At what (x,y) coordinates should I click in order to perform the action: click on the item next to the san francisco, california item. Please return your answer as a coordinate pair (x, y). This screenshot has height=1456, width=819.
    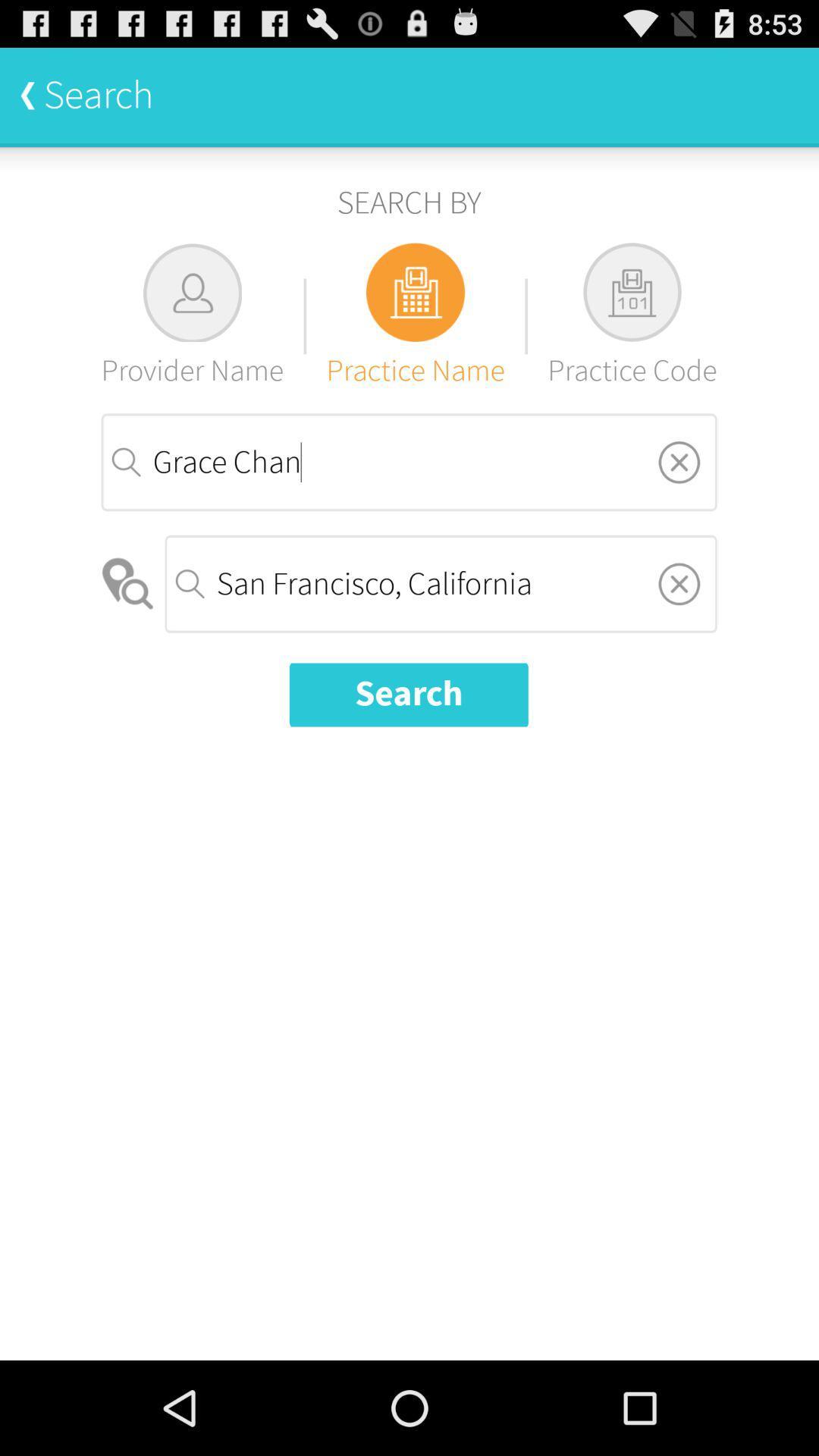
    Looking at the image, I should click on (128, 583).